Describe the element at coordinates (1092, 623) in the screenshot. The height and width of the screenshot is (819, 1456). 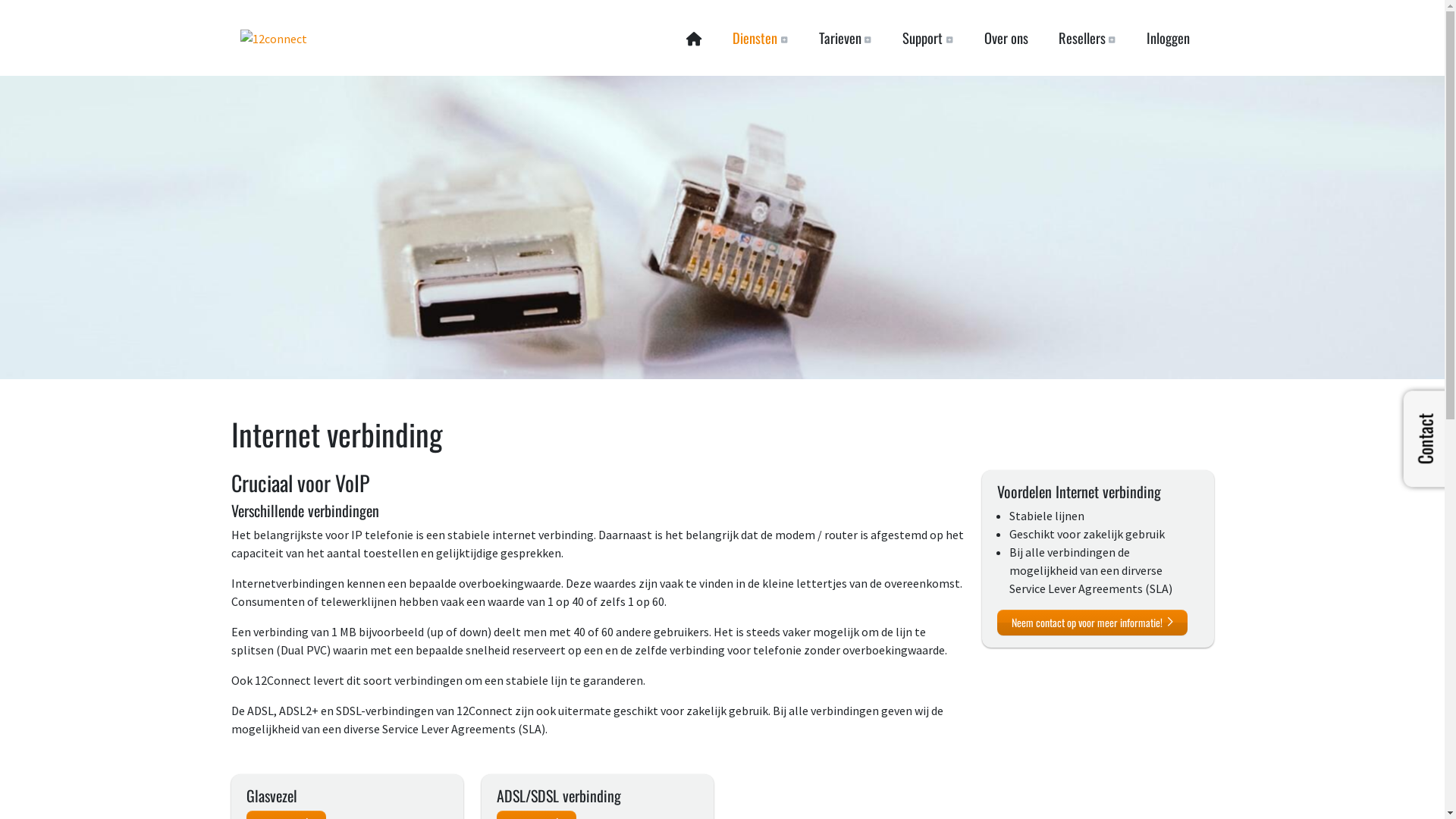
I see `'Neem contact op voor meer informatie!'` at that location.